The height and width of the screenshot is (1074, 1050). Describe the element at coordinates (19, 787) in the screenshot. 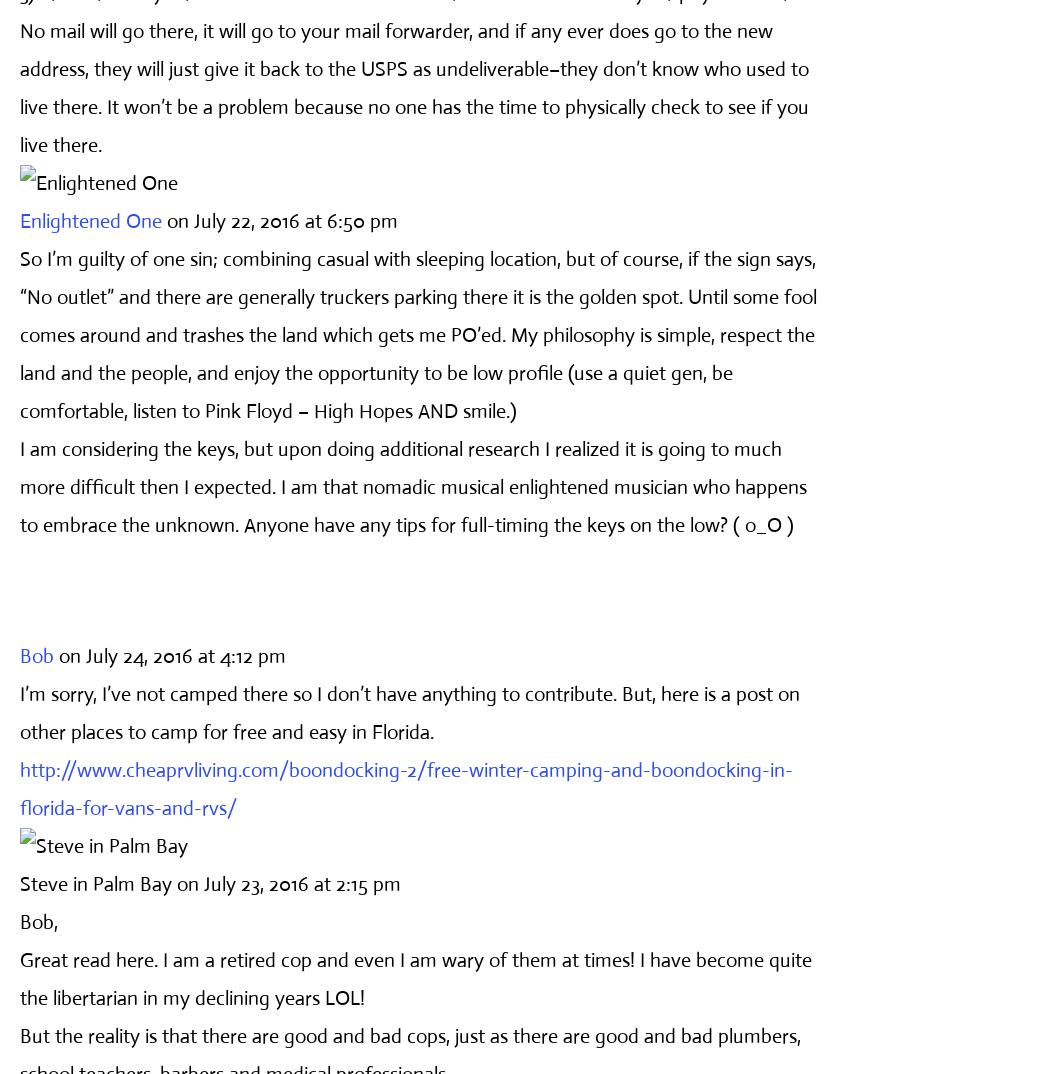

I see `'http://www.cheaprvliving.com/boondocking-2/free-winter-camping-and-boondocking-in-florida-for-vans-and-rvs/'` at that location.